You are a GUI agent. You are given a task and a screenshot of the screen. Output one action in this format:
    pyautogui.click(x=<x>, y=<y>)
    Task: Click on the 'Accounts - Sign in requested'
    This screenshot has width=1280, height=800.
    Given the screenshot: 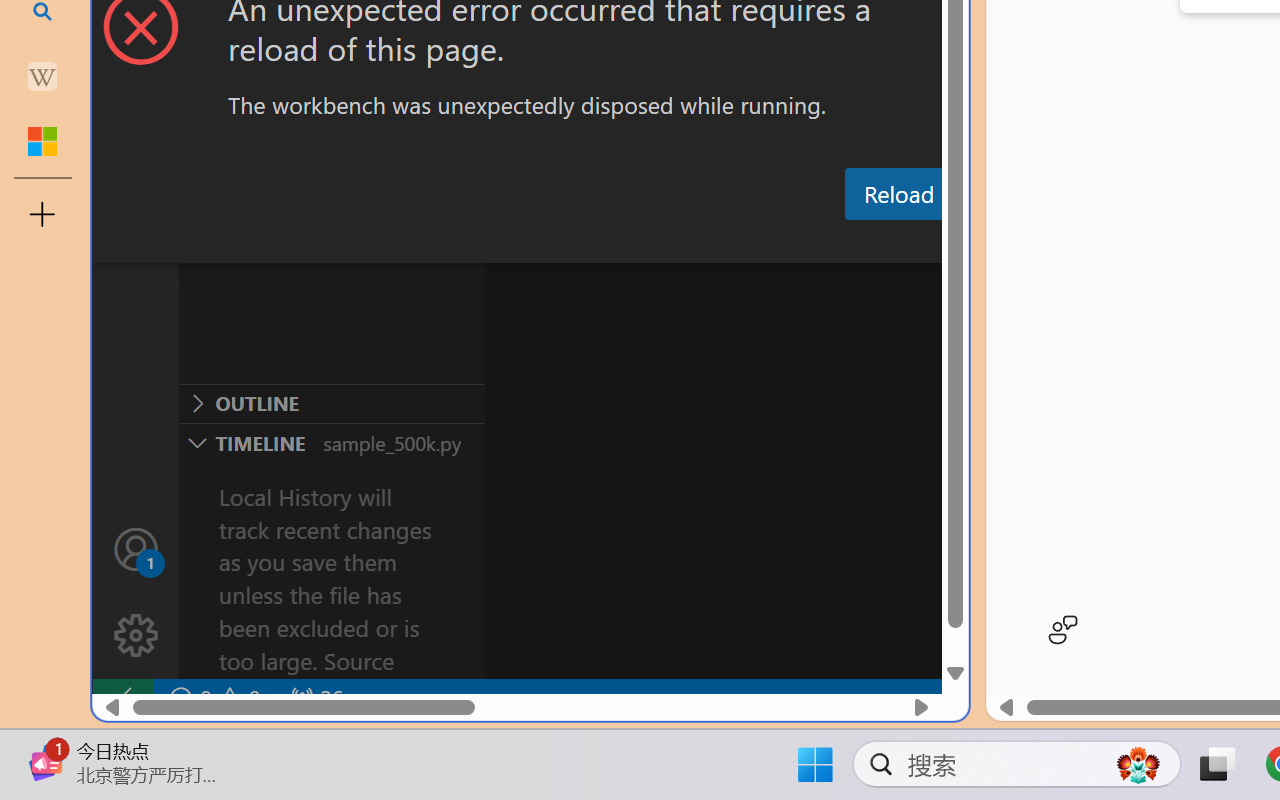 What is the action you would take?
    pyautogui.click(x=134, y=548)
    